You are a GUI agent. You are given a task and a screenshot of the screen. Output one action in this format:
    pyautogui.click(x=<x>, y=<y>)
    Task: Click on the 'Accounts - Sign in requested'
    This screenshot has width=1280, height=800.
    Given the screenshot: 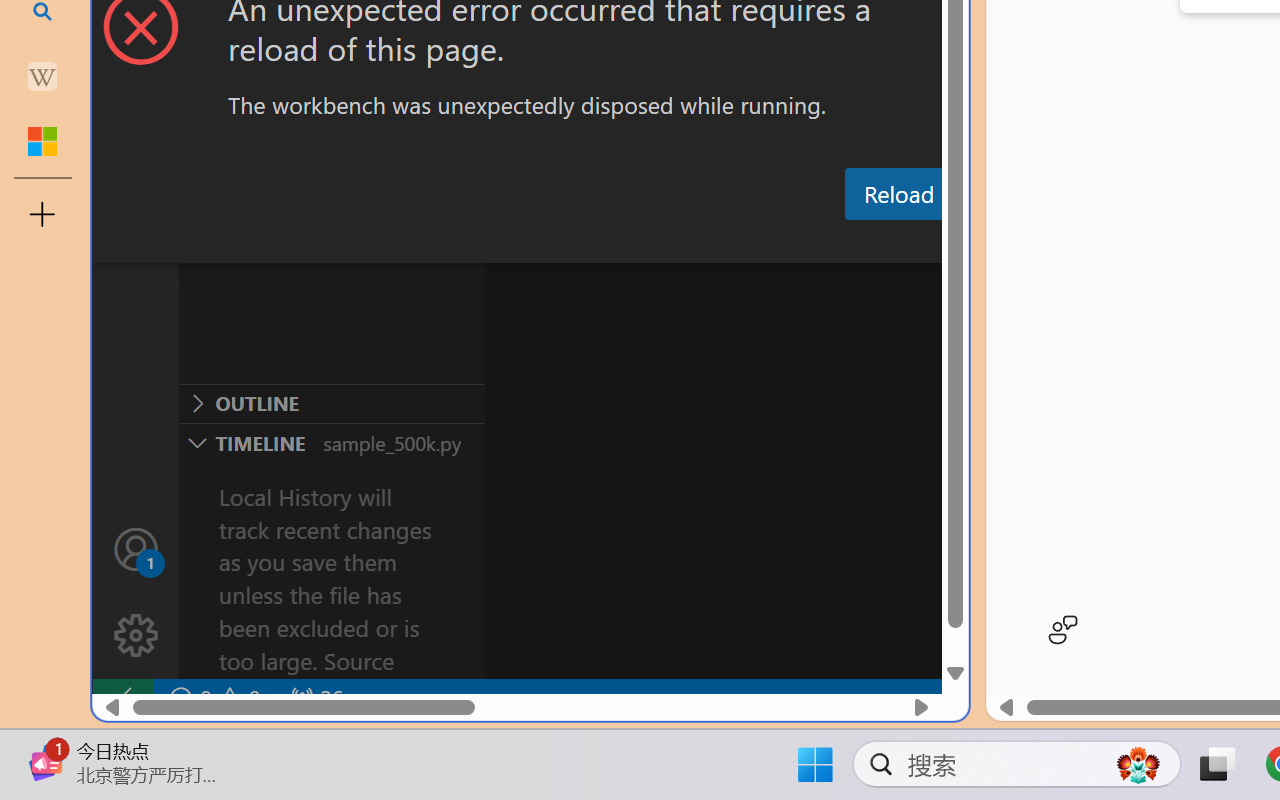 What is the action you would take?
    pyautogui.click(x=134, y=548)
    